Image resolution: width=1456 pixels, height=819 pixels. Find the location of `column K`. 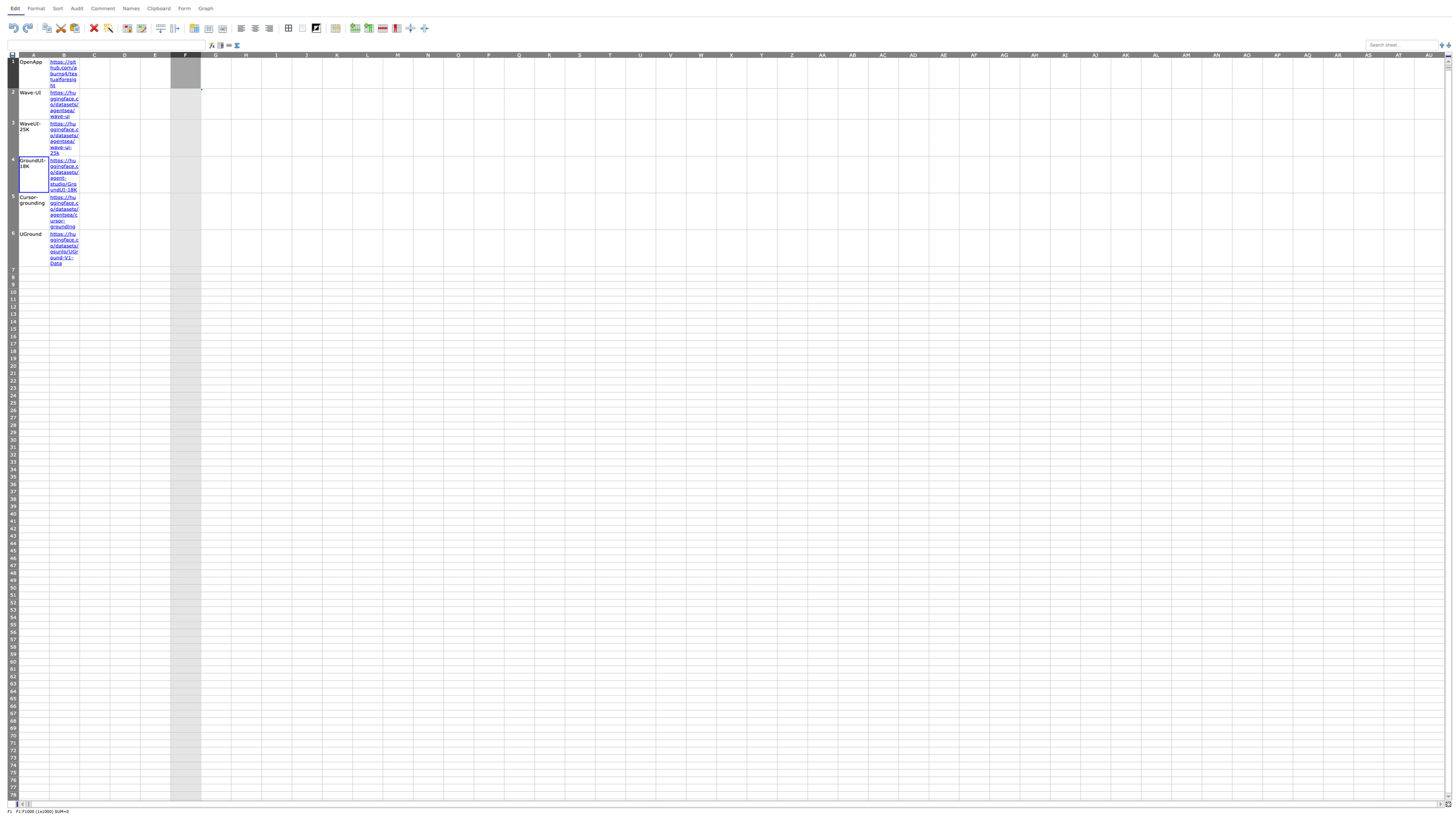

column K is located at coordinates (337, 54).